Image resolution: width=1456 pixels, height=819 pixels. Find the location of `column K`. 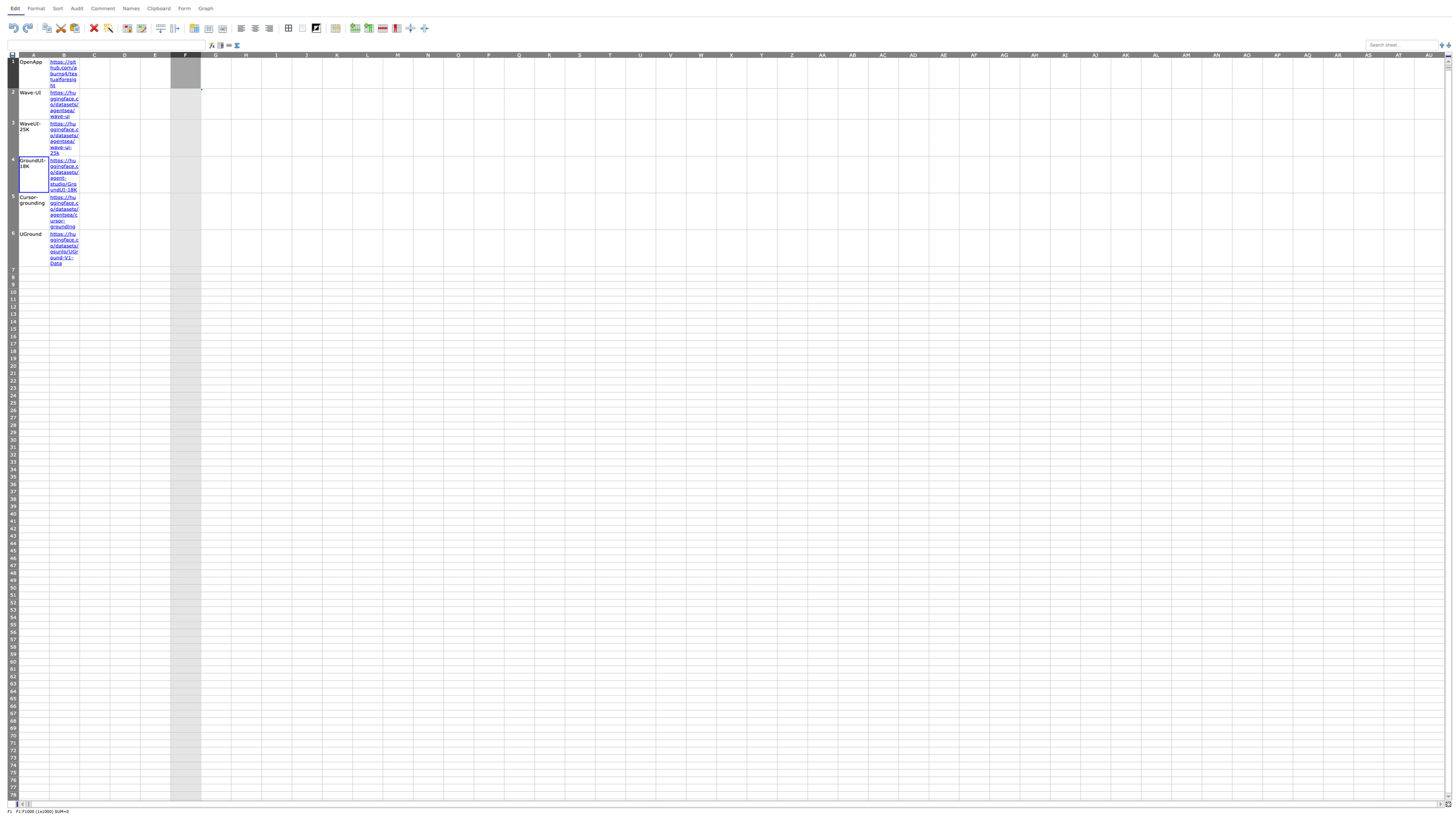

column K is located at coordinates (337, 54).